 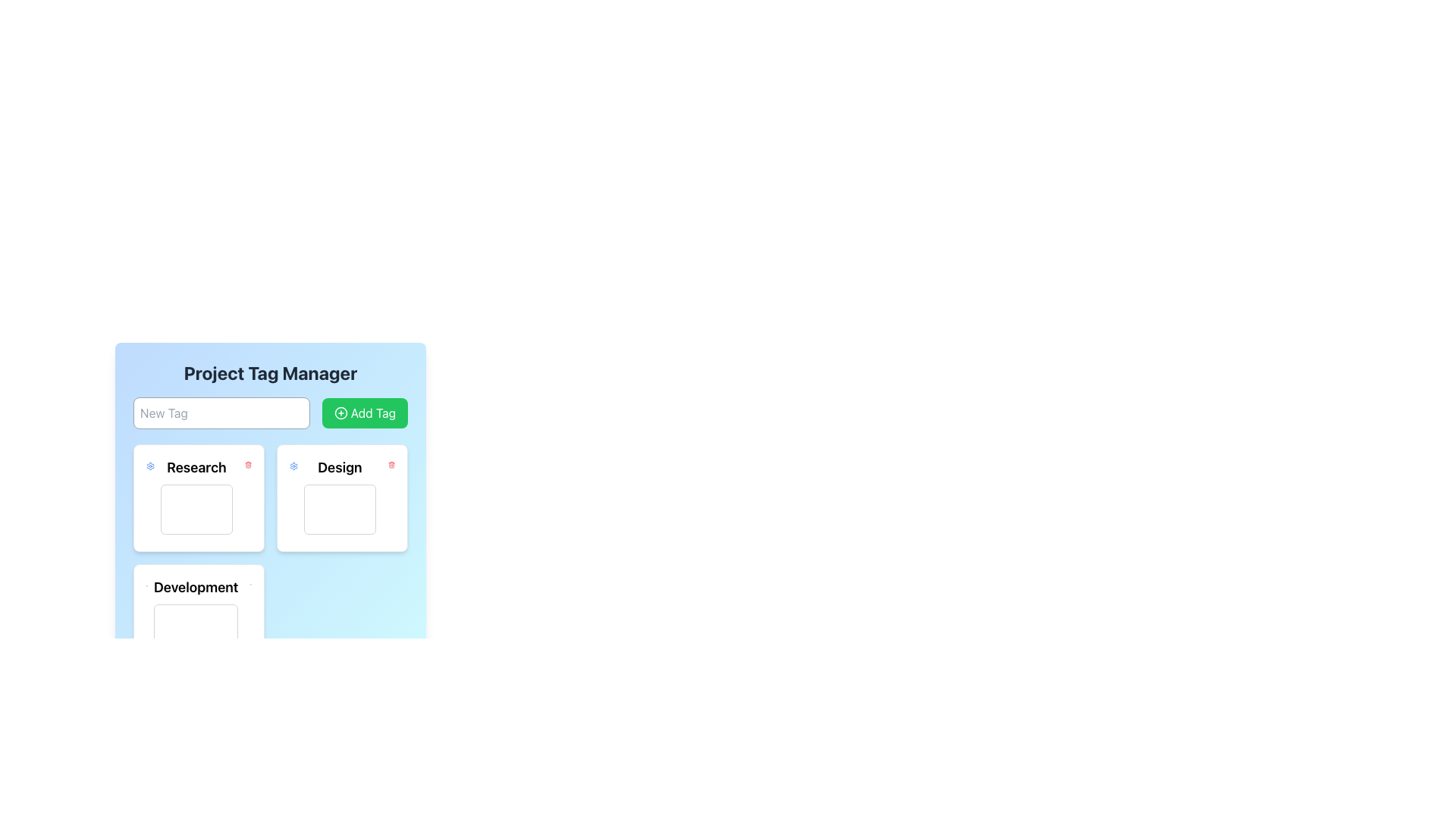 What do you see at coordinates (293, 465) in the screenshot?
I see `the settings configuration button located in the upper right corner of the 'Design' section` at bounding box center [293, 465].